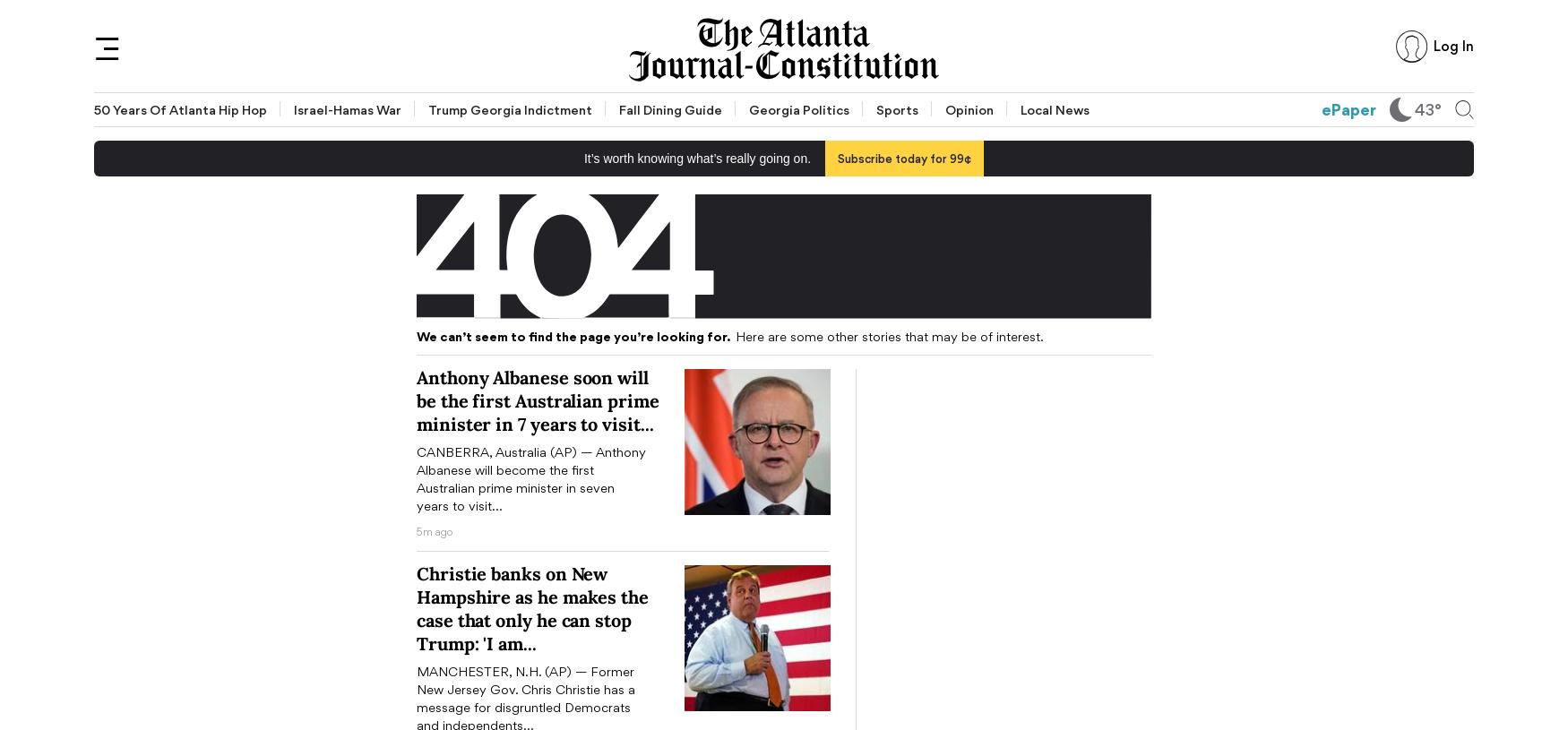 The image size is (1568, 730). Describe the element at coordinates (180, 108) in the screenshot. I see `'50 Years of Atlanta Hip Hop'` at that location.